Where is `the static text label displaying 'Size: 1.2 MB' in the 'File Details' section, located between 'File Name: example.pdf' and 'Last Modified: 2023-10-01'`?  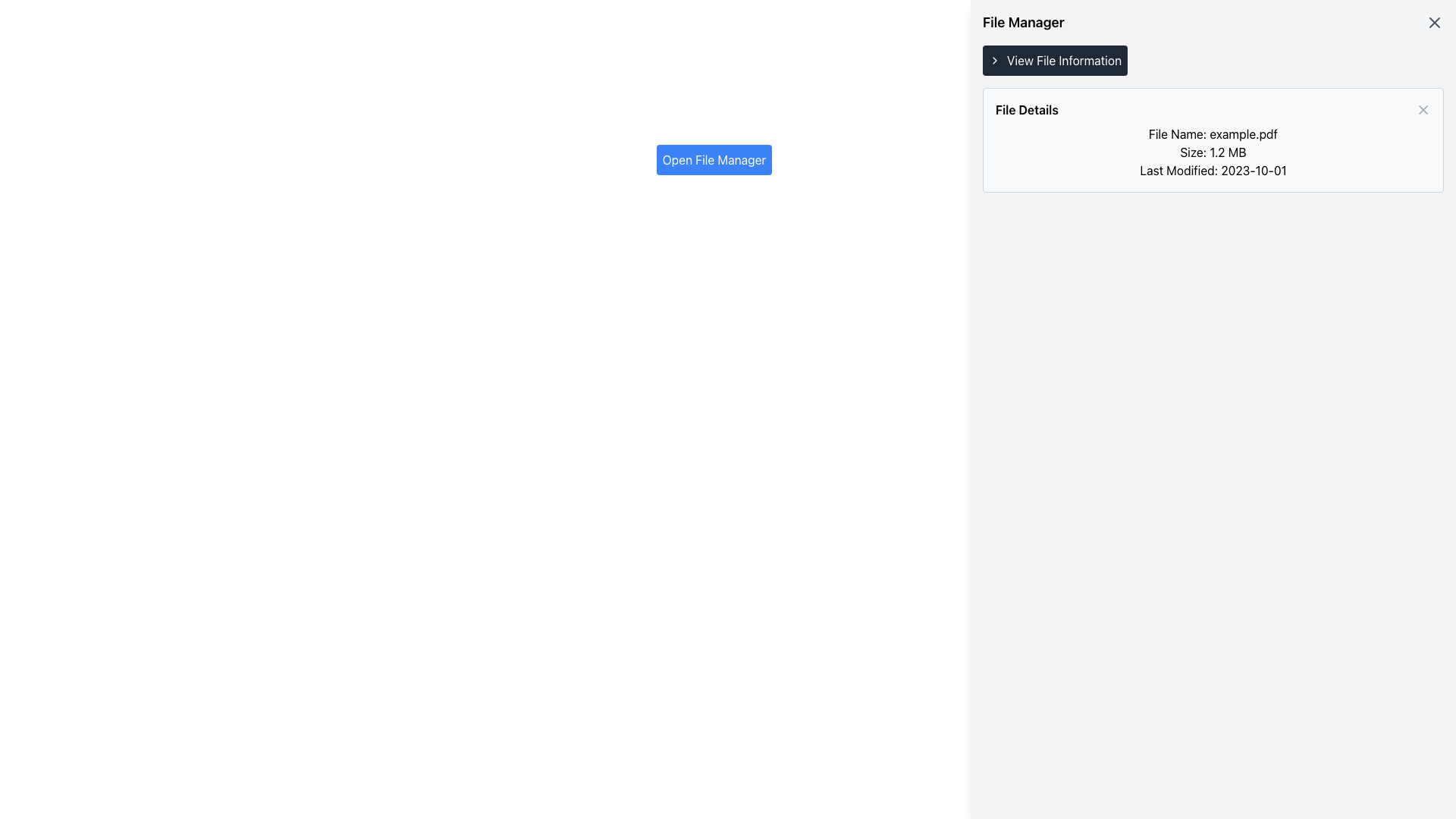
the static text label displaying 'Size: 1.2 MB' in the 'File Details' section, located between 'File Name: example.pdf' and 'Last Modified: 2023-10-01' is located at coordinates (1212, 152).